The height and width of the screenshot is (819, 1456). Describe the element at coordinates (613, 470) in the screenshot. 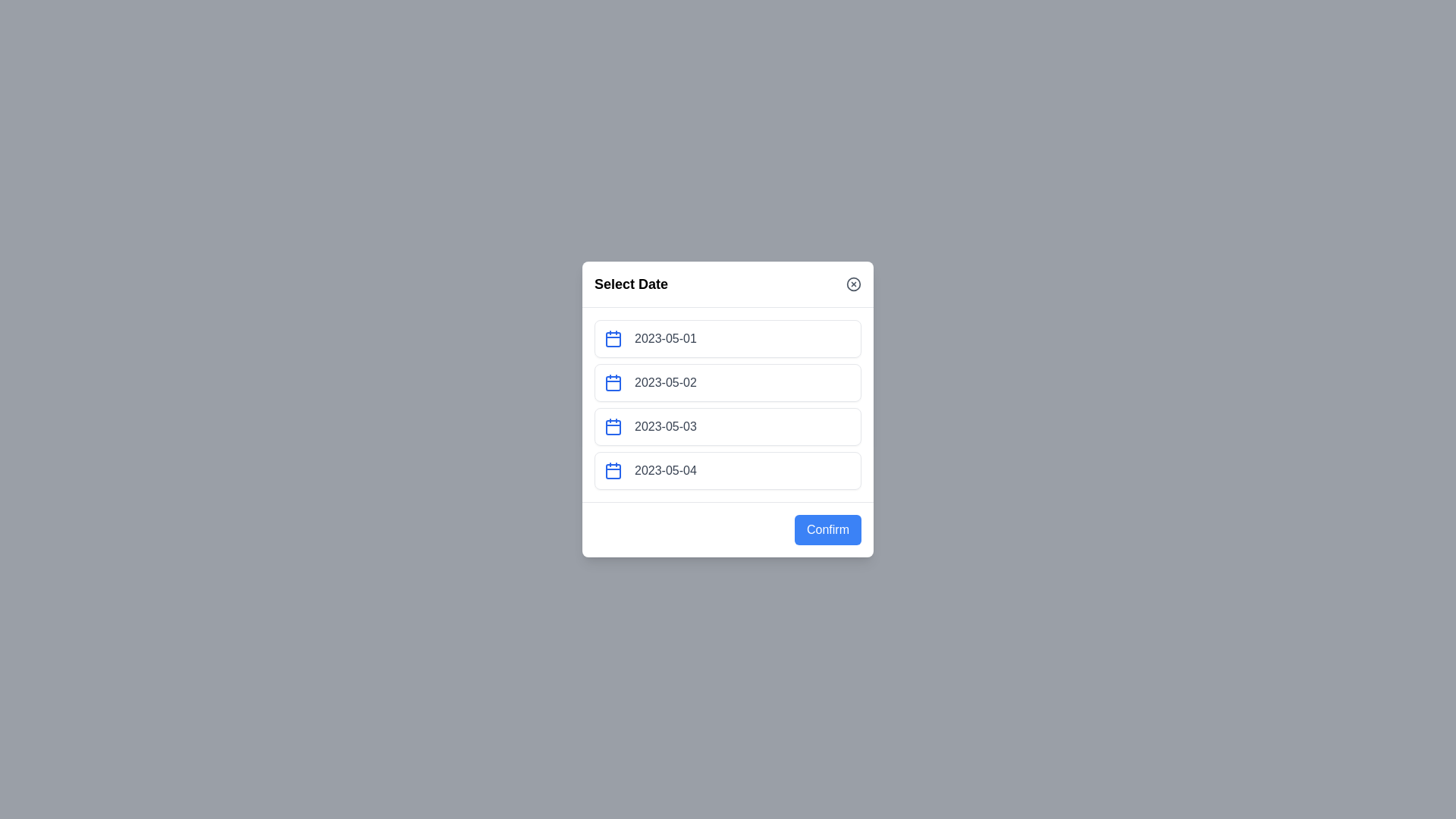

I see `the calendar icon next to the date 2023-05-04` at that location.